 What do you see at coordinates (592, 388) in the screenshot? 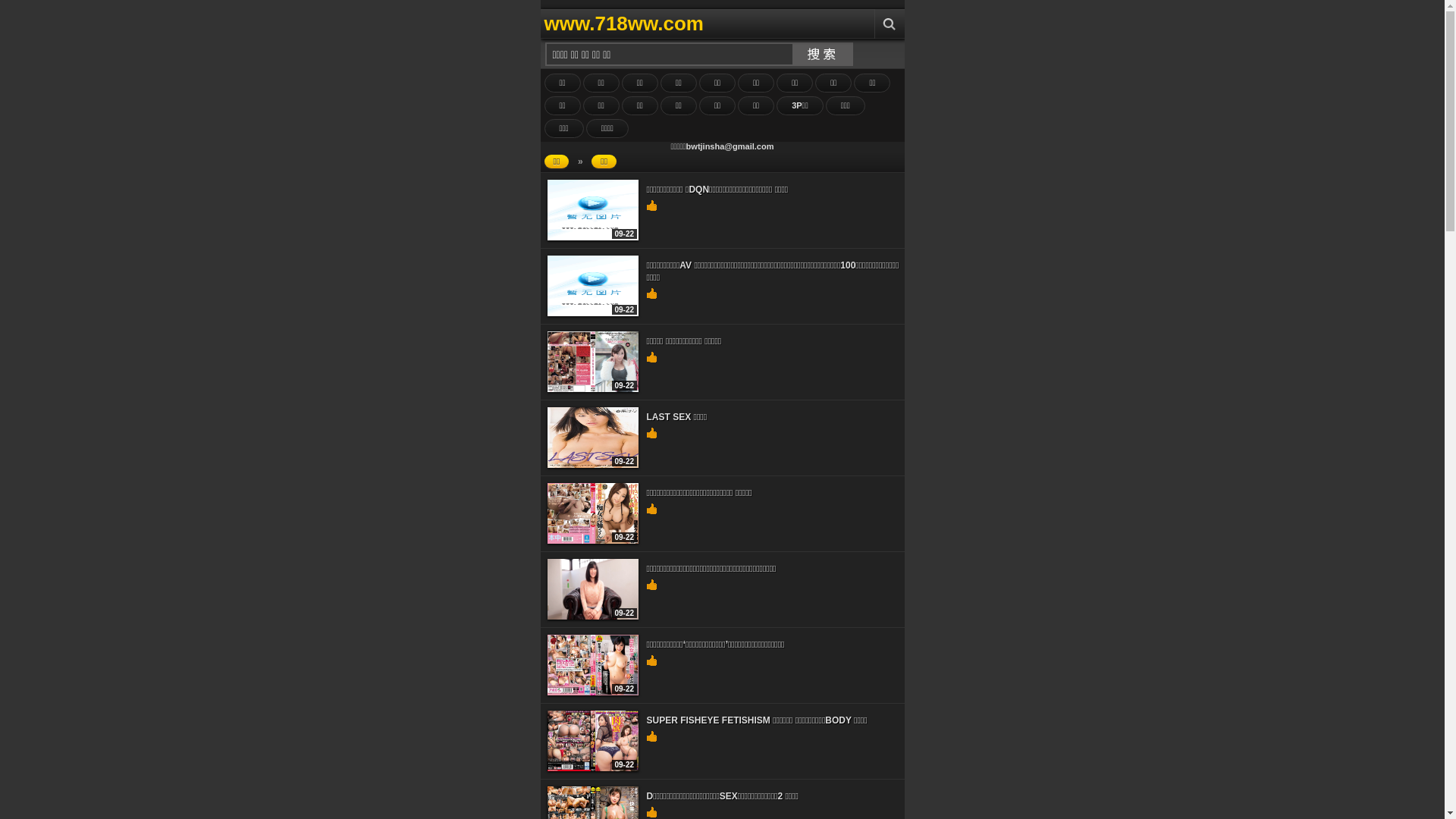
I see `'09-22'` at bounding box center [592, 388].